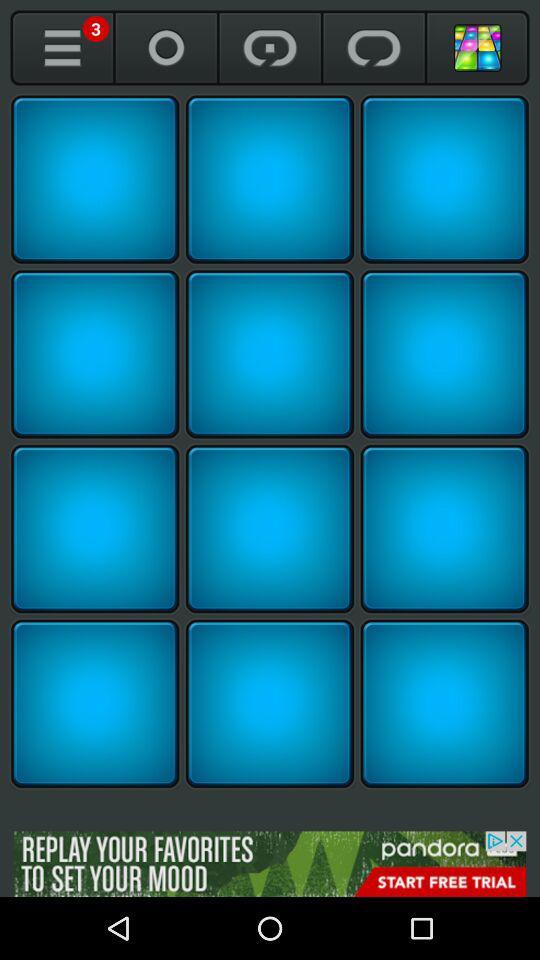  Describe the element at coordinates (62, 47) in the screenshot. I see `more details` at that location.